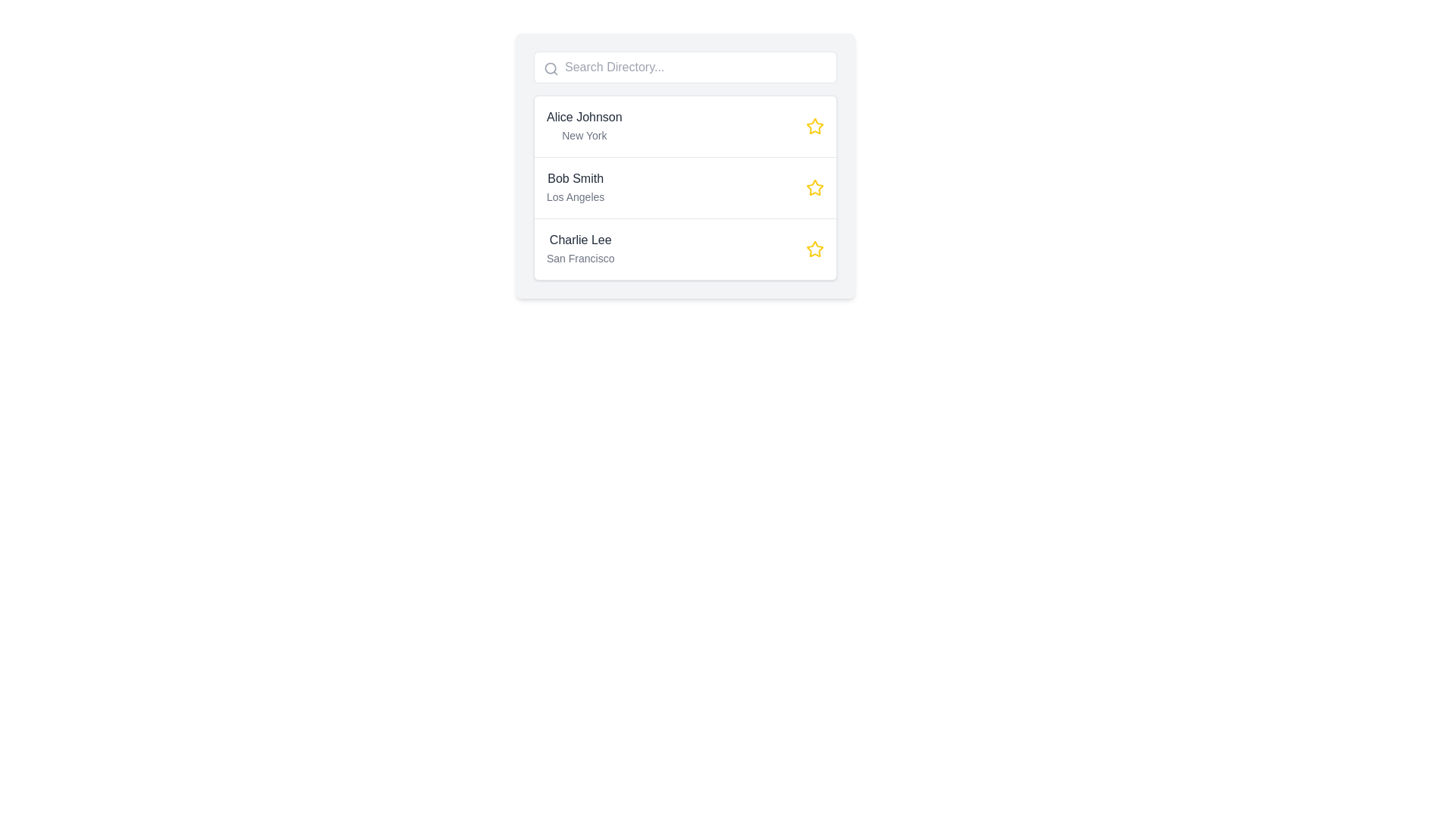  What do you see at coordinates (579, 257) in the screenshot?
I see `the text label providing supplementary information about the location of 'Charlie Lee' in the directory, which is located under the bold text 'Charlie Lee'` at bounding box center [579, 257].